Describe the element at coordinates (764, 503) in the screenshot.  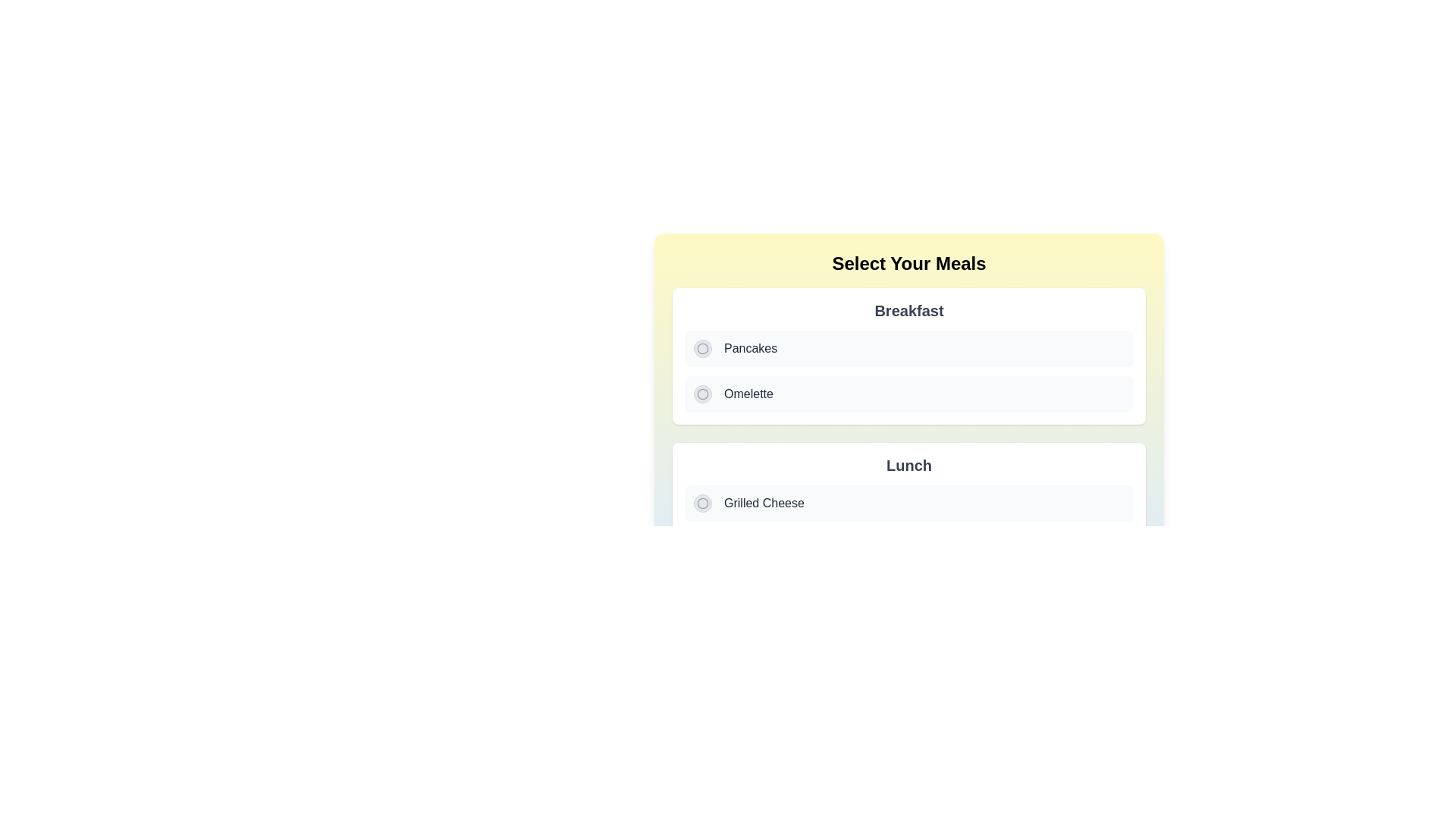
I see `the text label describing the food item 'Grilled Cheese', which is located in the second section of a vertical list under the 'Lunch' heading and aligned to the right of its adjacent circular selection indicator` at that location.